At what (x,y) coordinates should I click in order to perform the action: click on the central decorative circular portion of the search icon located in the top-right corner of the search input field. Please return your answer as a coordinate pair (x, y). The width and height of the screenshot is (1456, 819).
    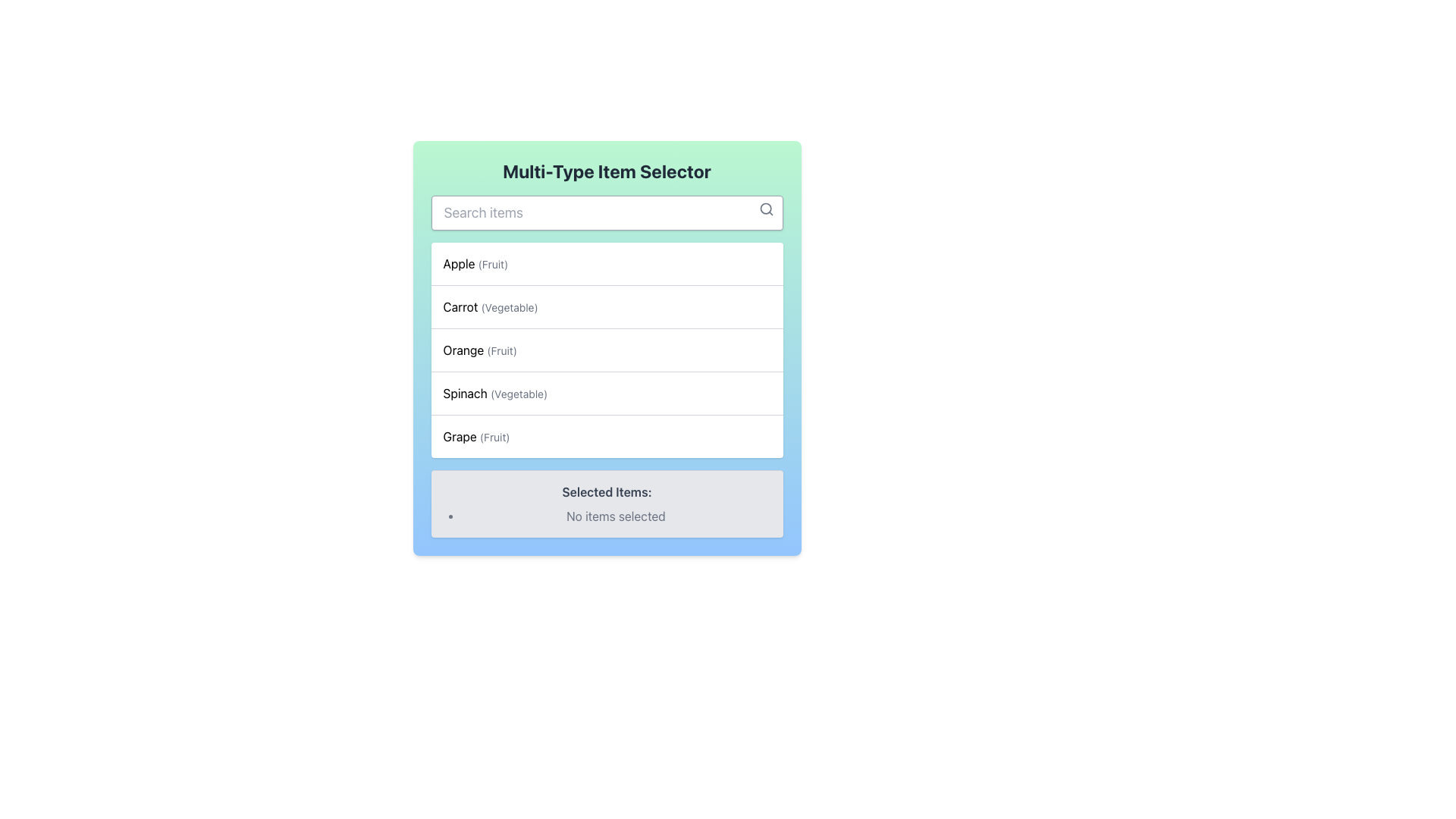
    Looking at the image, I should click on (765, 209).